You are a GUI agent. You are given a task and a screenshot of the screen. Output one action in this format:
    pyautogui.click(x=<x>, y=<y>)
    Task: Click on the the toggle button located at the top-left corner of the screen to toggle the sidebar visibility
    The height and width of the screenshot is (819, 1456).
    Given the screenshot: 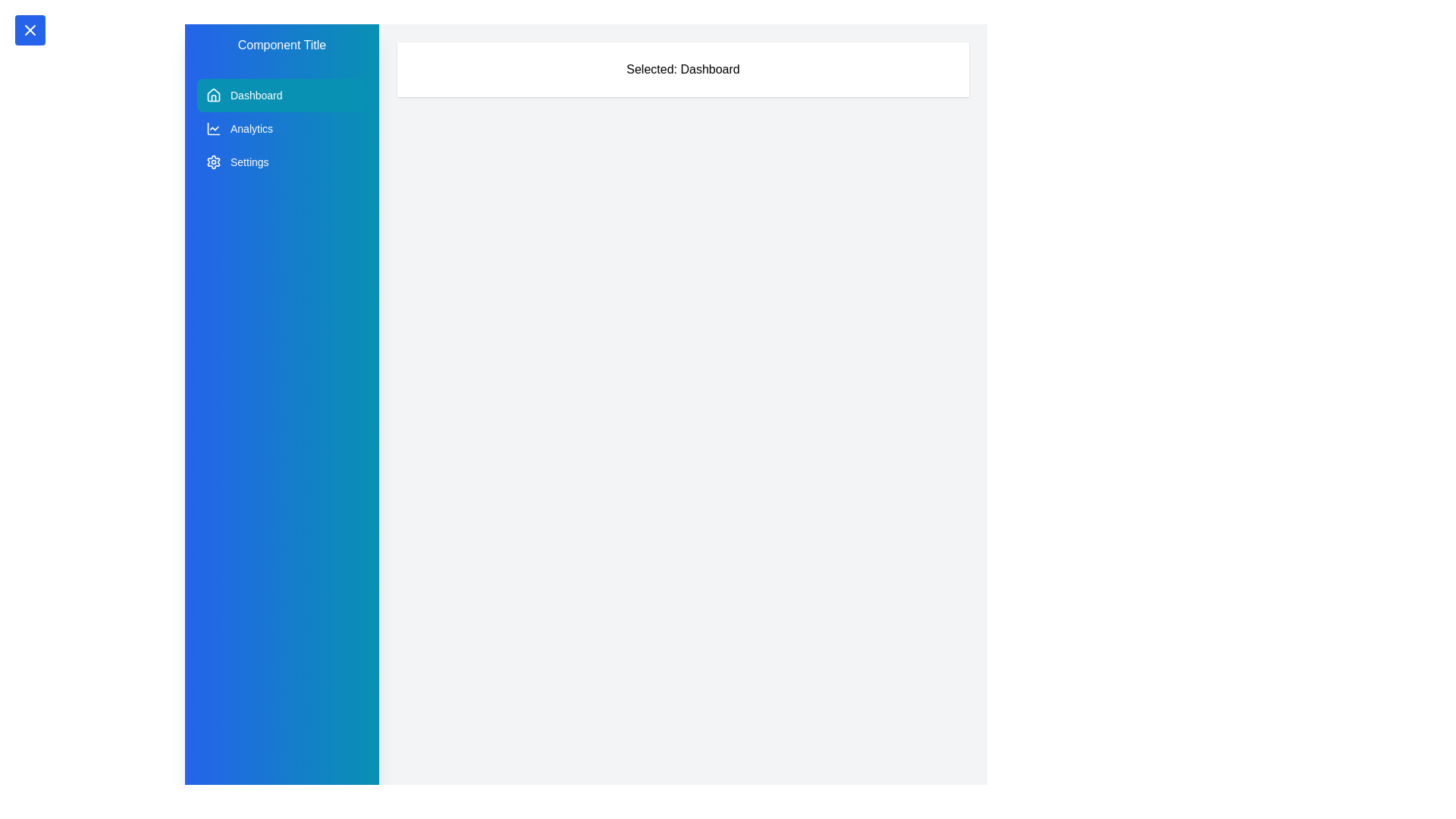 What is the action you would take?
    pyautogui.click(x=30, y=30)
    